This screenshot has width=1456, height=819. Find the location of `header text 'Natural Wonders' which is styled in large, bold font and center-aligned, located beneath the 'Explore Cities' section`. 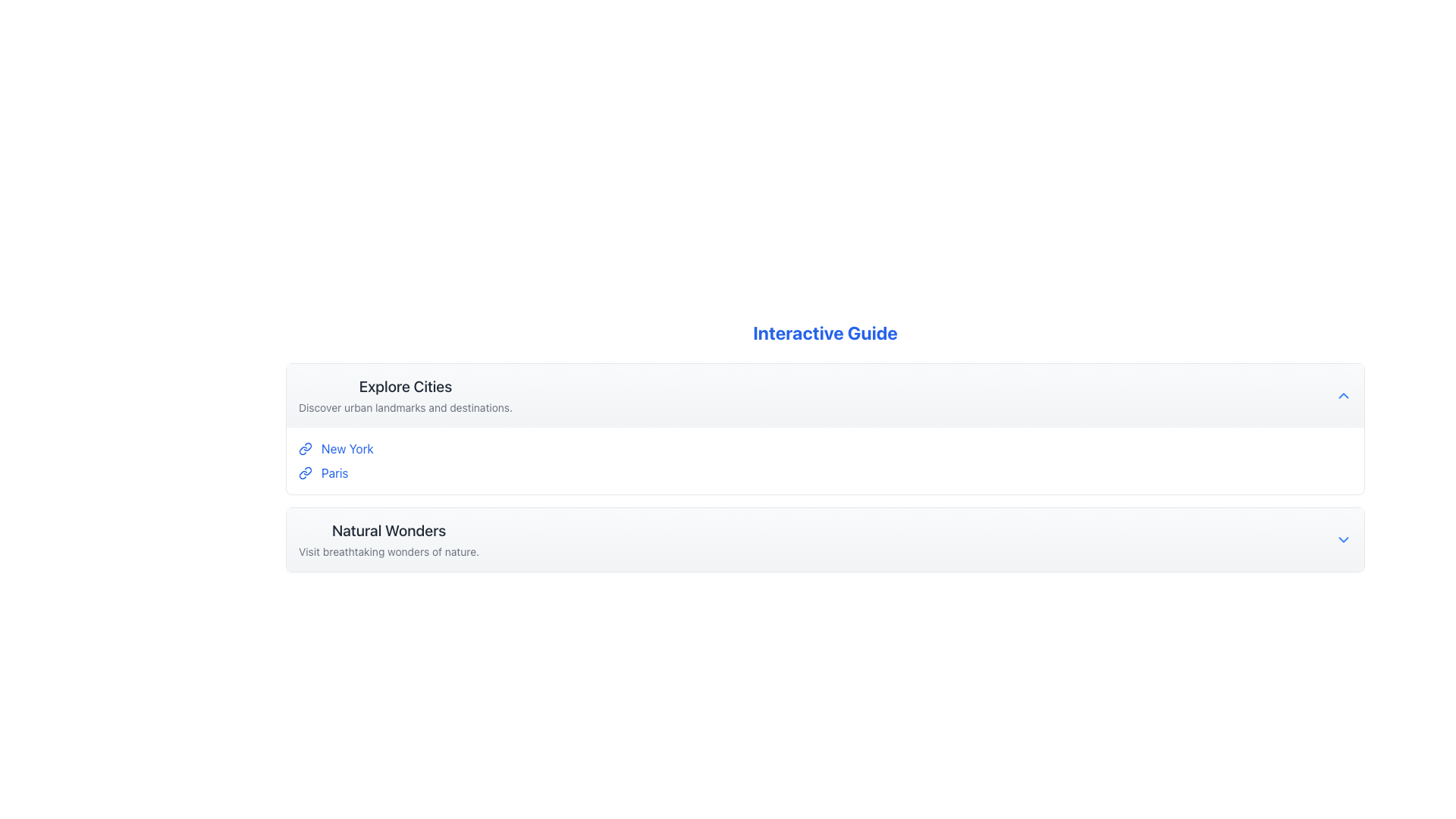

header text 'Natural Wonders' which is styled in large, bold font and center-aligned, located beneath the 'Explore Cities' section is located at coordinates (389, 529).